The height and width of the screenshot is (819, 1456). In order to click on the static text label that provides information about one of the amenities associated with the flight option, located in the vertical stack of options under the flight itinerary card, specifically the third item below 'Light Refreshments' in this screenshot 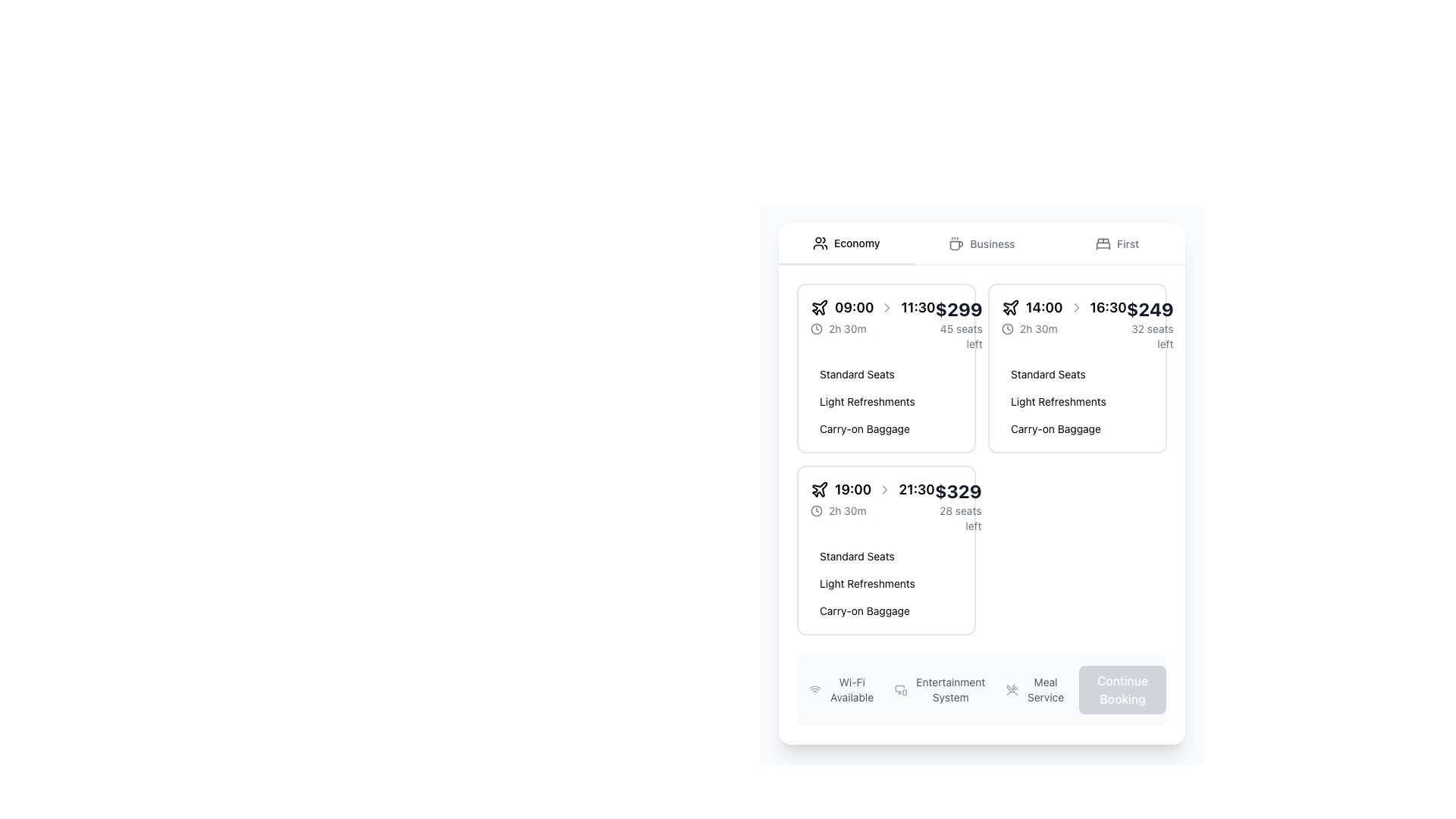, I will do `click(864, 610)`.